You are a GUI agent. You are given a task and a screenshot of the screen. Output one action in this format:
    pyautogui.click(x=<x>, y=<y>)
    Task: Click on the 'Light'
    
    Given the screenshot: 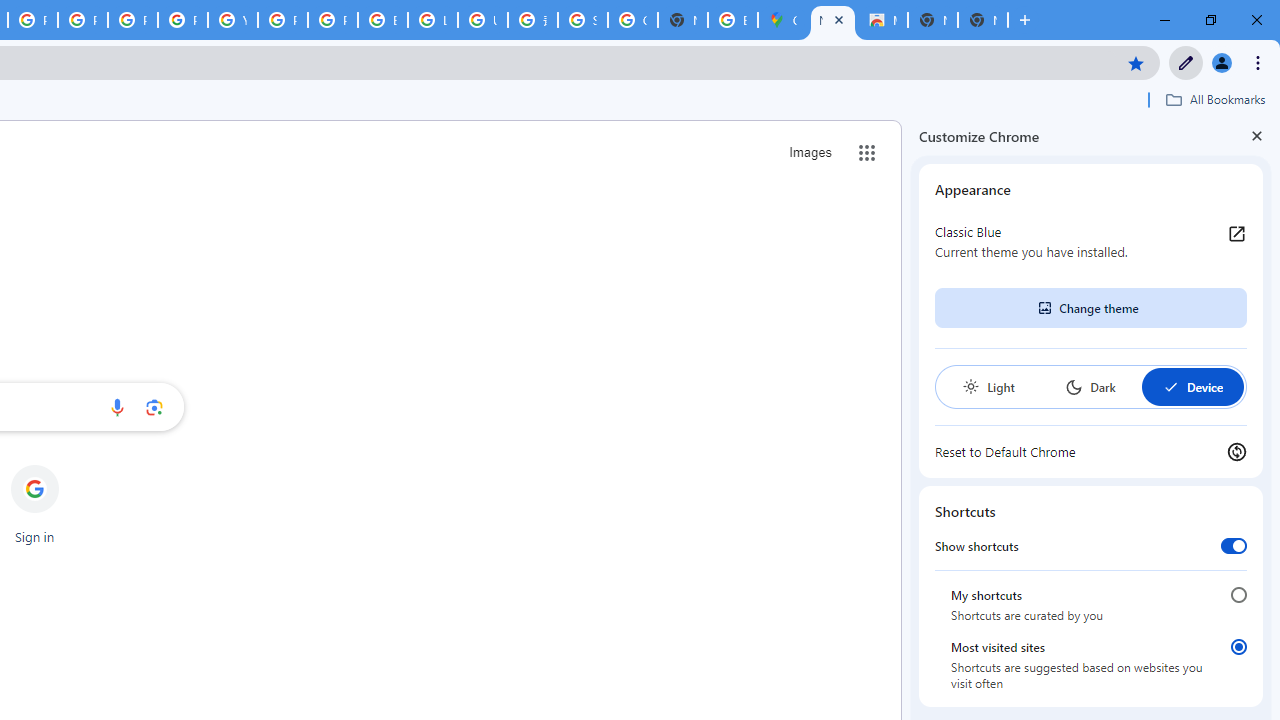 What is the action you would take?
    pyautogui.click(x=988, y=387)
    